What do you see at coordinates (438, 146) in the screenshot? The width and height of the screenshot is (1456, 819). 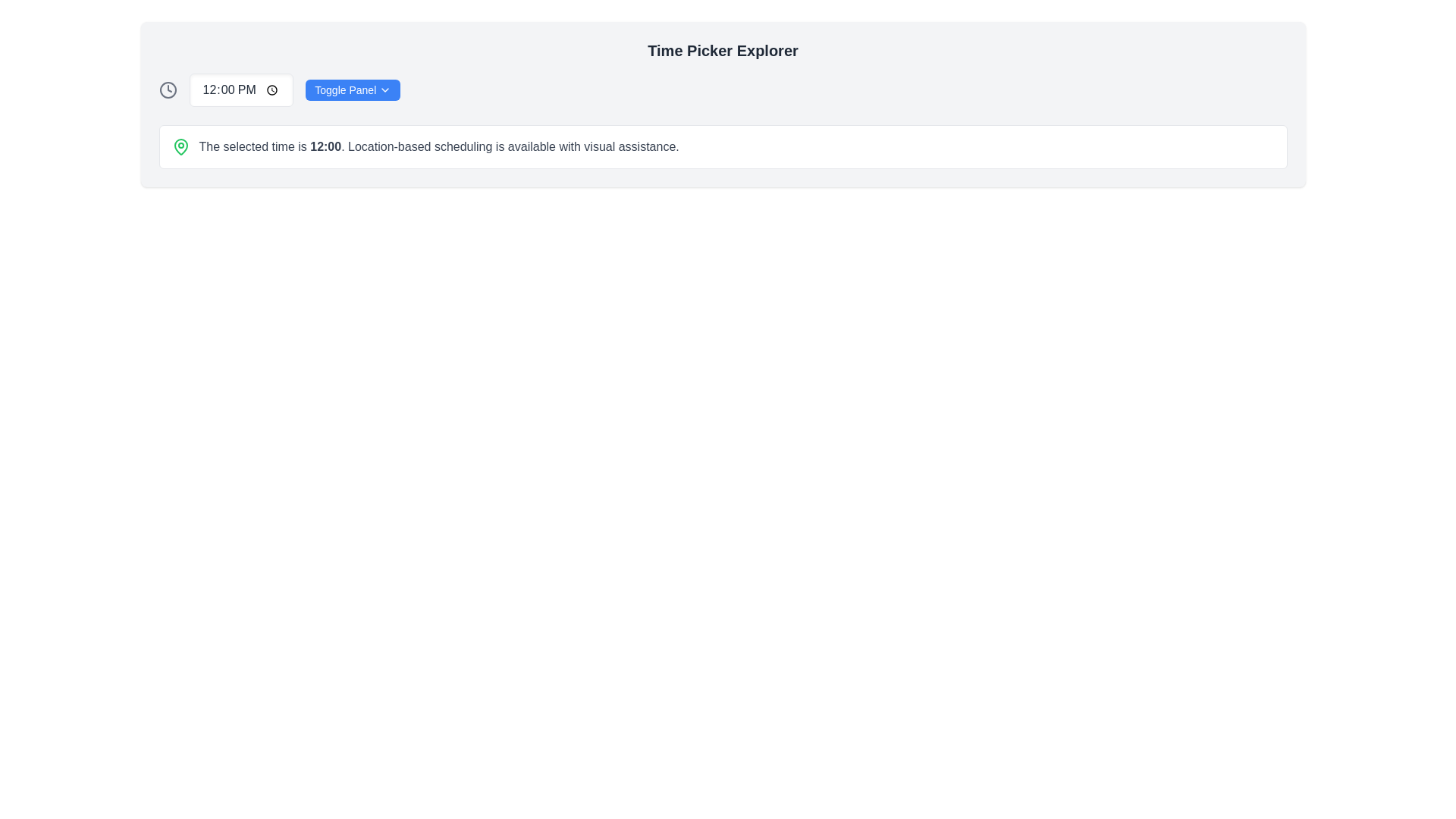 I see `informational text block located below the 'Time Picker Explorer' header, positioned to the right of a green map-pin icon` at bounding box center [438, 146].